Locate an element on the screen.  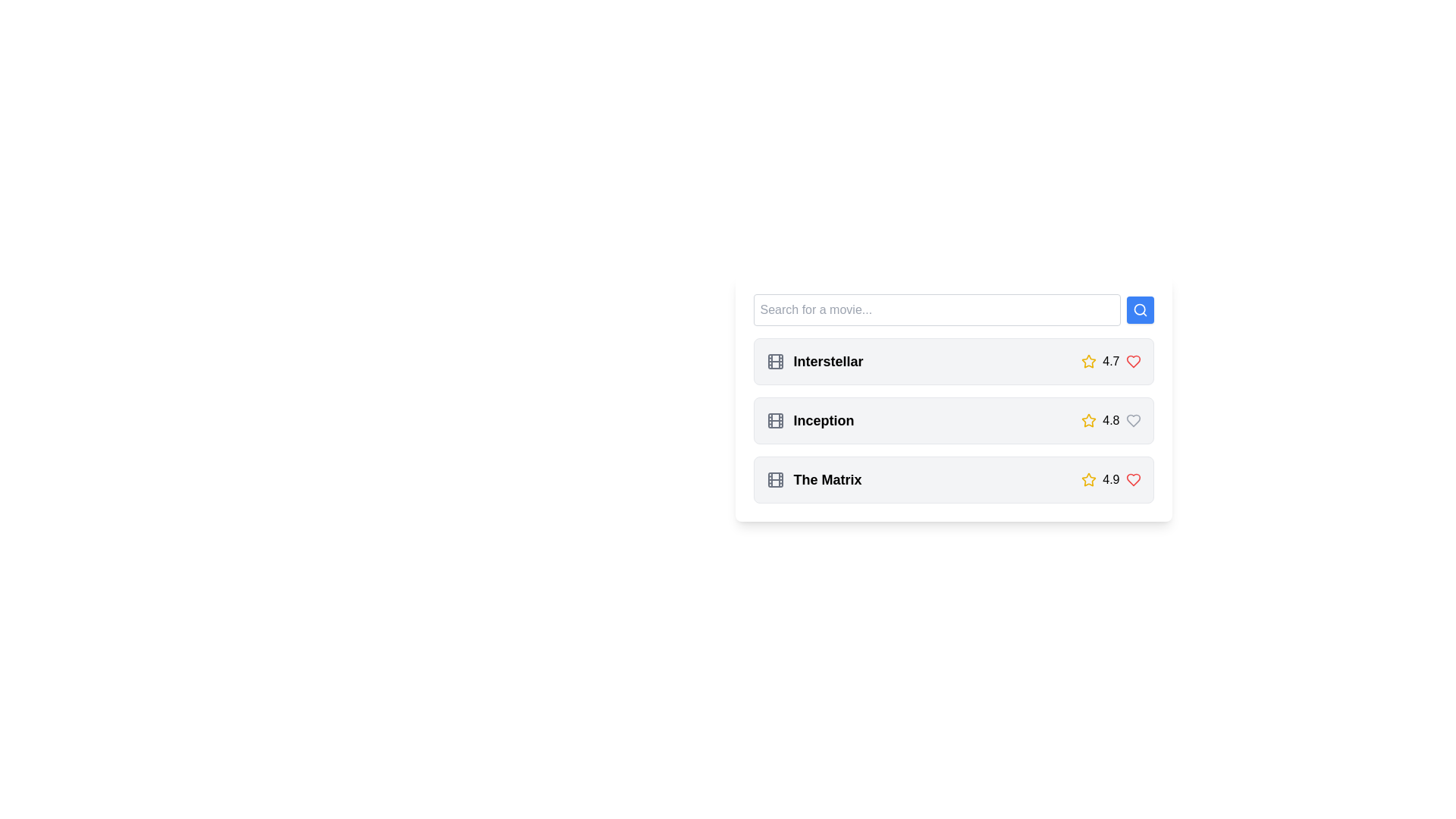
the heart icon button located on the right side of the row displaying the movie 'Interstellar' to mark the movie as favorite is located at coordinates (1133, 362).